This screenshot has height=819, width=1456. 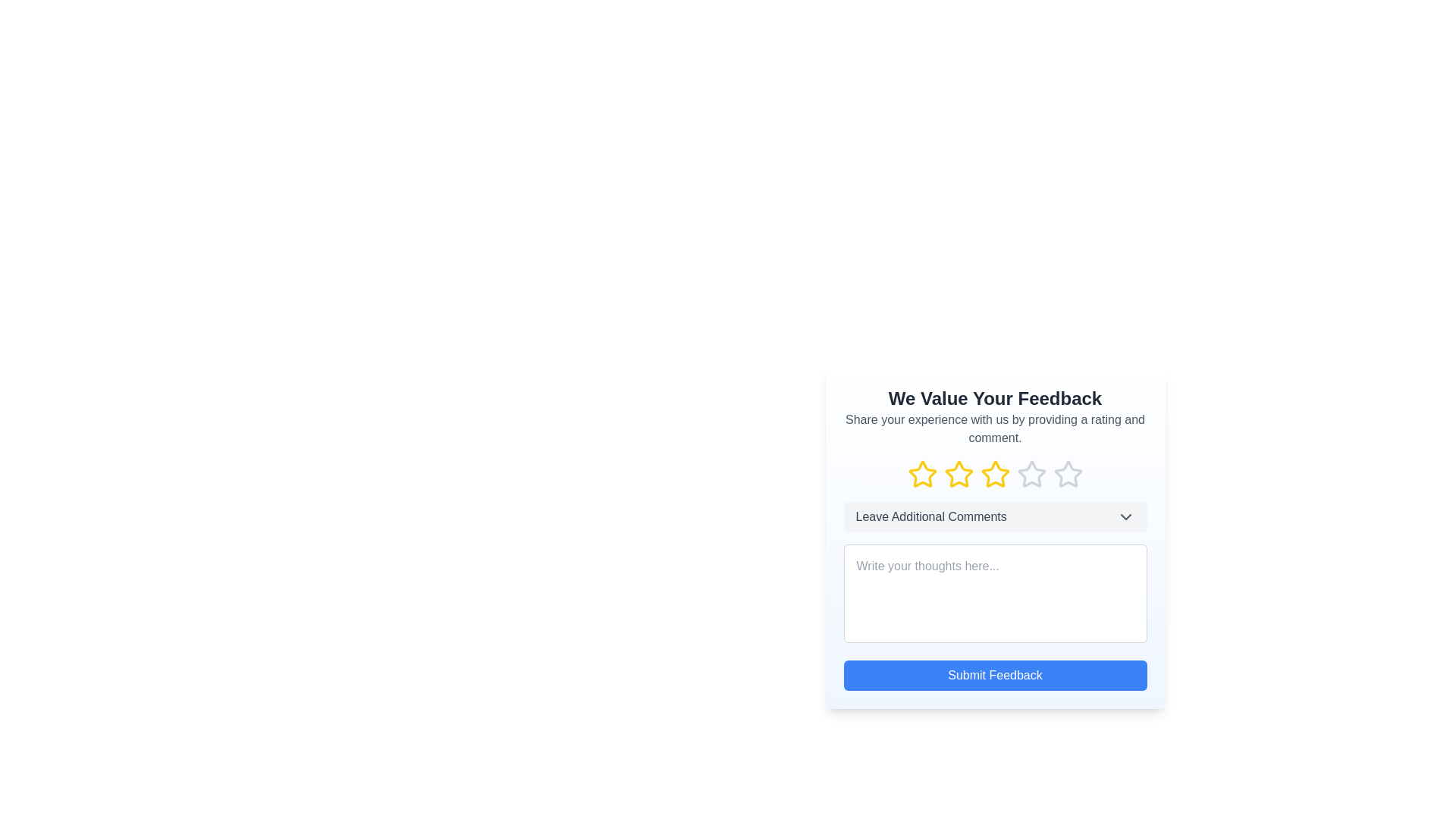 What do you see at coordinates (995, 473) in the screenshot?
I see `the fourth star in the interactive rating icon row to set the rating in the feedback system` at bounding box center [995, 473].